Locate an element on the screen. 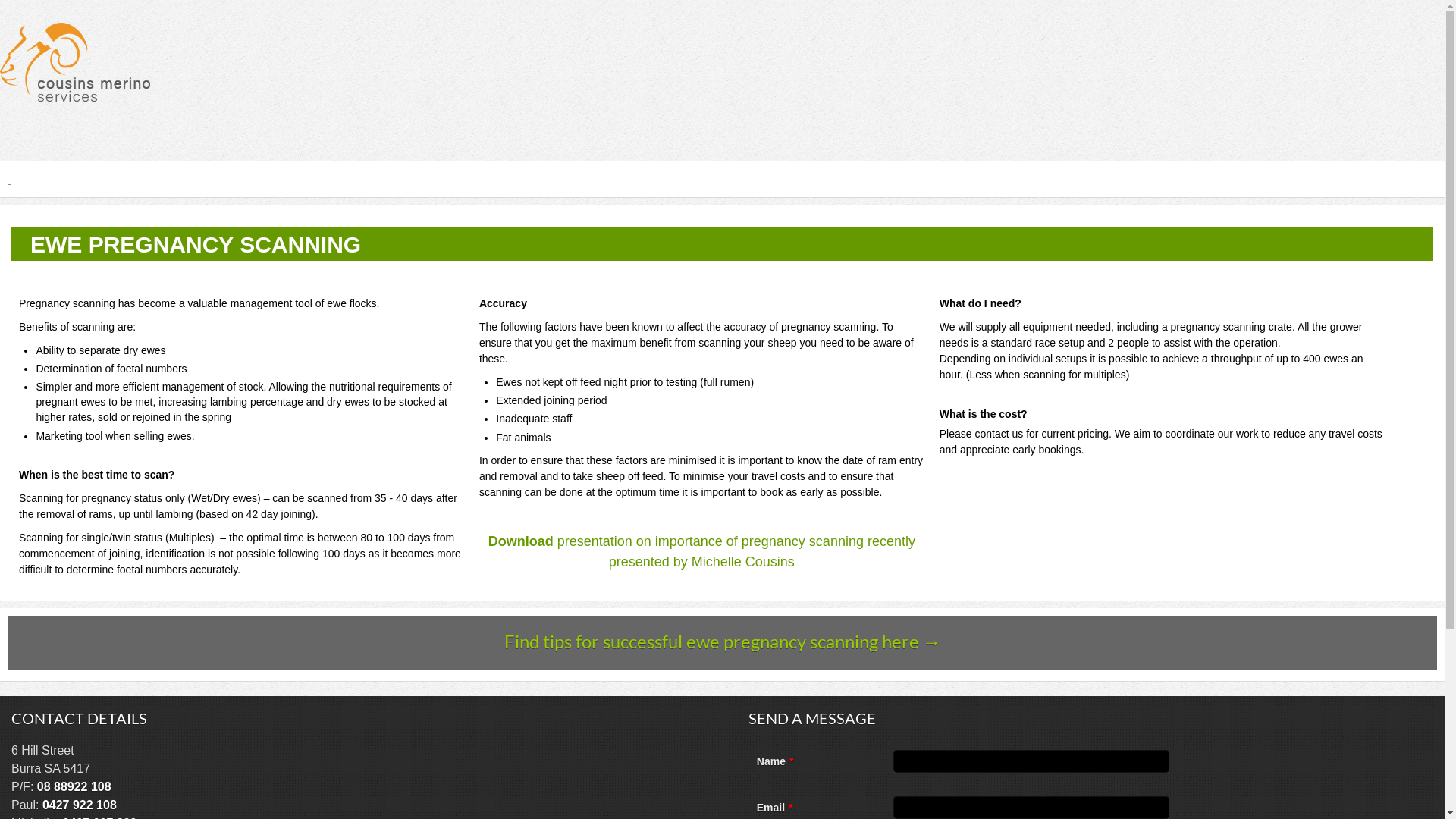  '0427 922 108' is located at coordinates (79, 804).